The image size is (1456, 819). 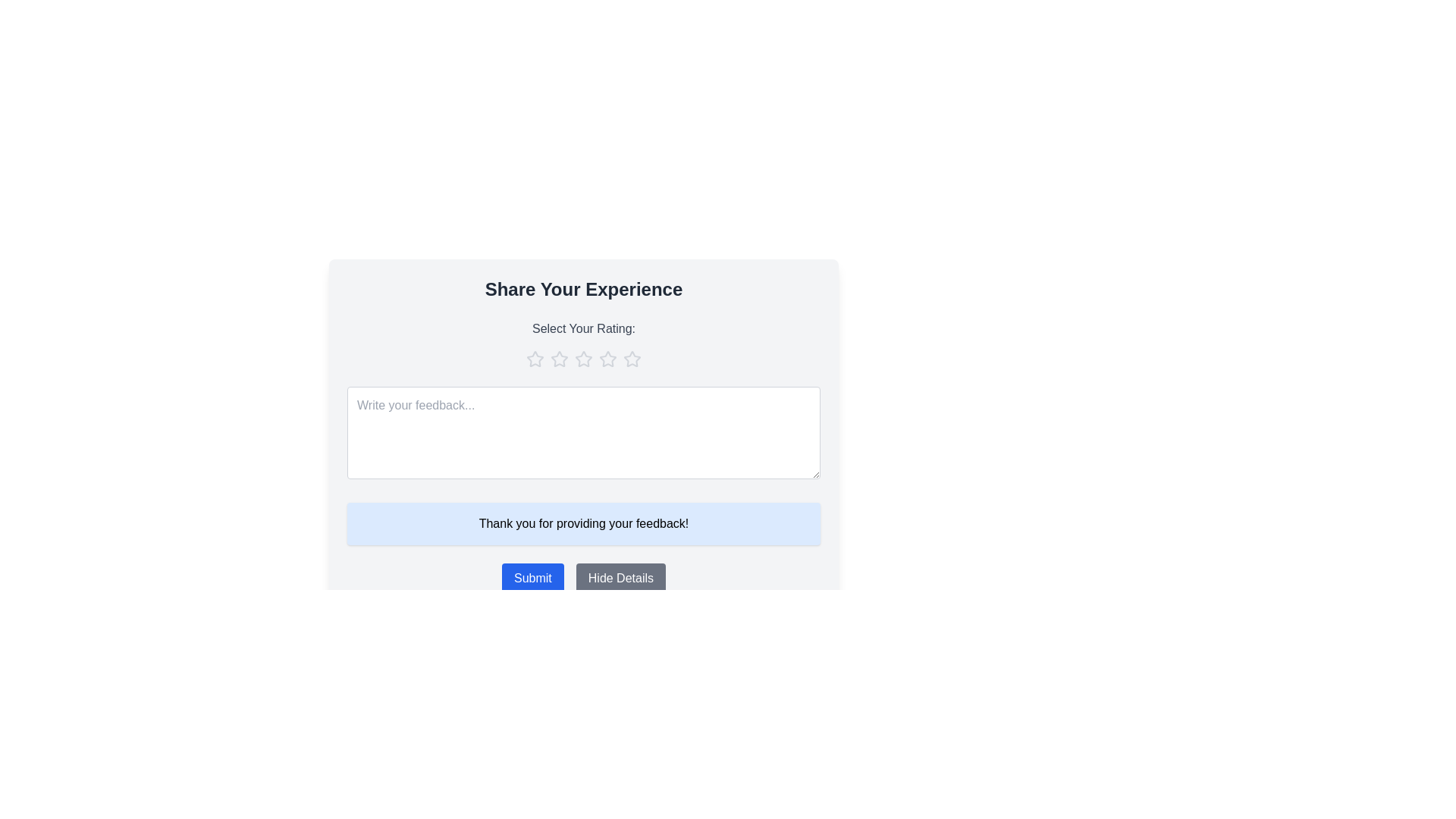 I want to click on the second star icon in the rating input mechanism, so click(x=559, y=359).